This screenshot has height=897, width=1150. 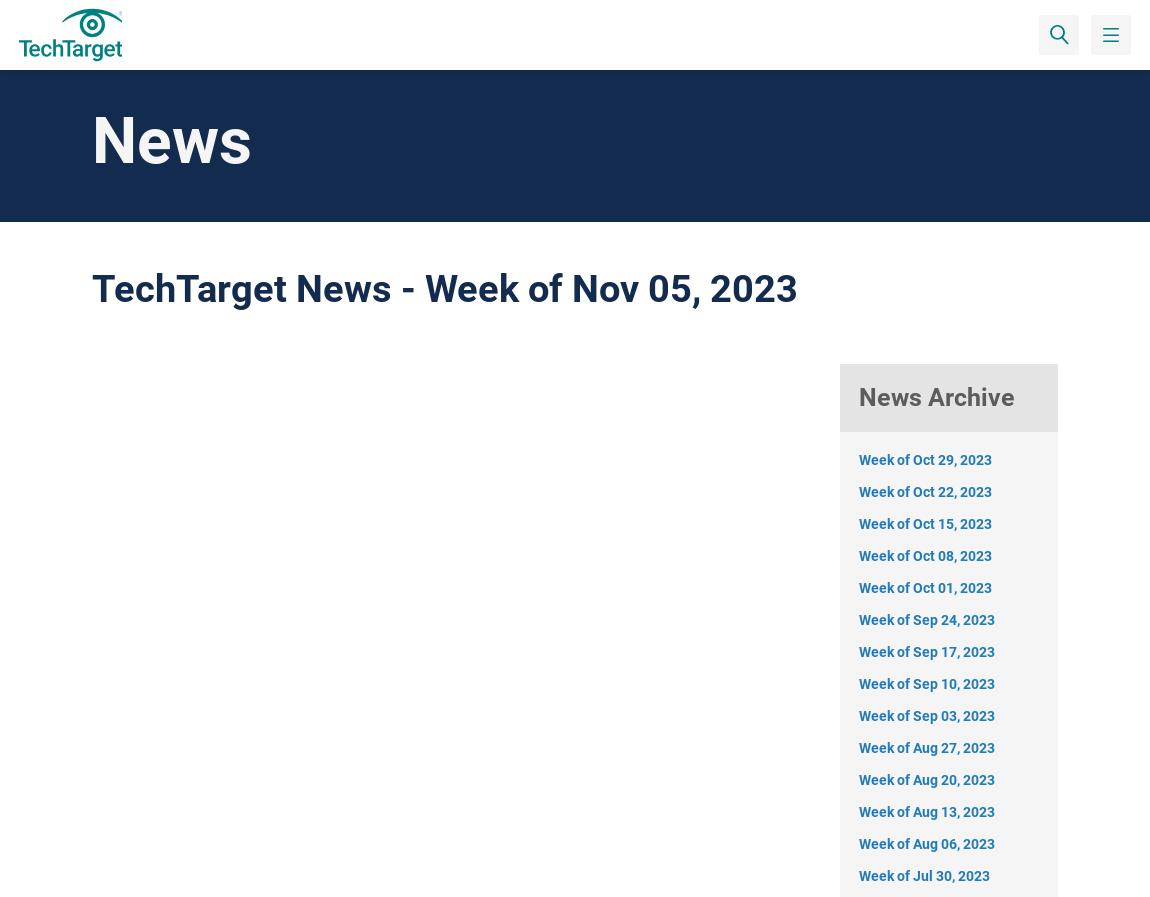 I want to click on 'Week of Oct 29, 2023', so click(x=925, y=458).